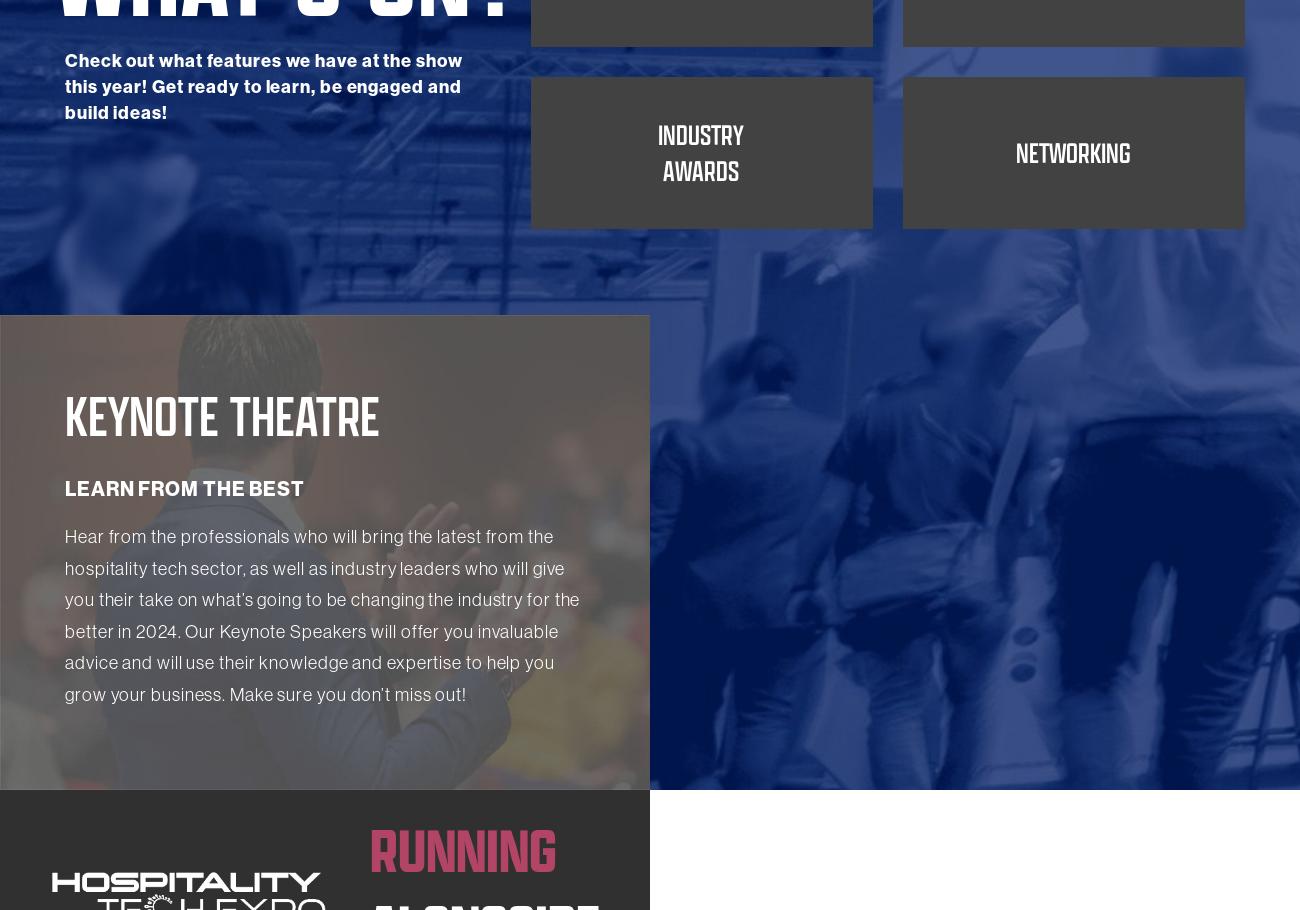  I want to click on 'Awards', so click(699, 301).